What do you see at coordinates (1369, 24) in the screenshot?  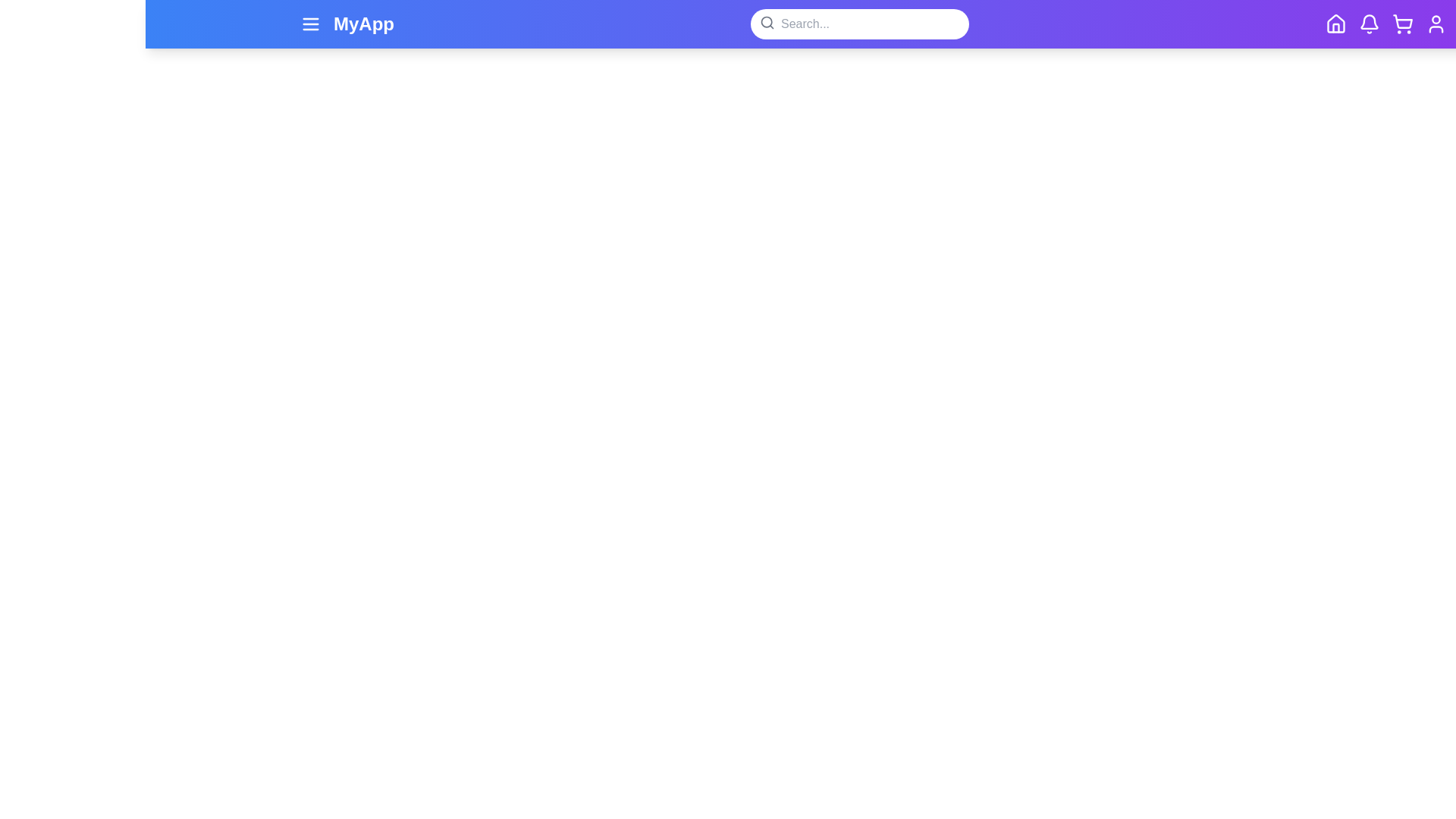 I see `the bell button in the navigation bar` at bounding box center [1369, 24].